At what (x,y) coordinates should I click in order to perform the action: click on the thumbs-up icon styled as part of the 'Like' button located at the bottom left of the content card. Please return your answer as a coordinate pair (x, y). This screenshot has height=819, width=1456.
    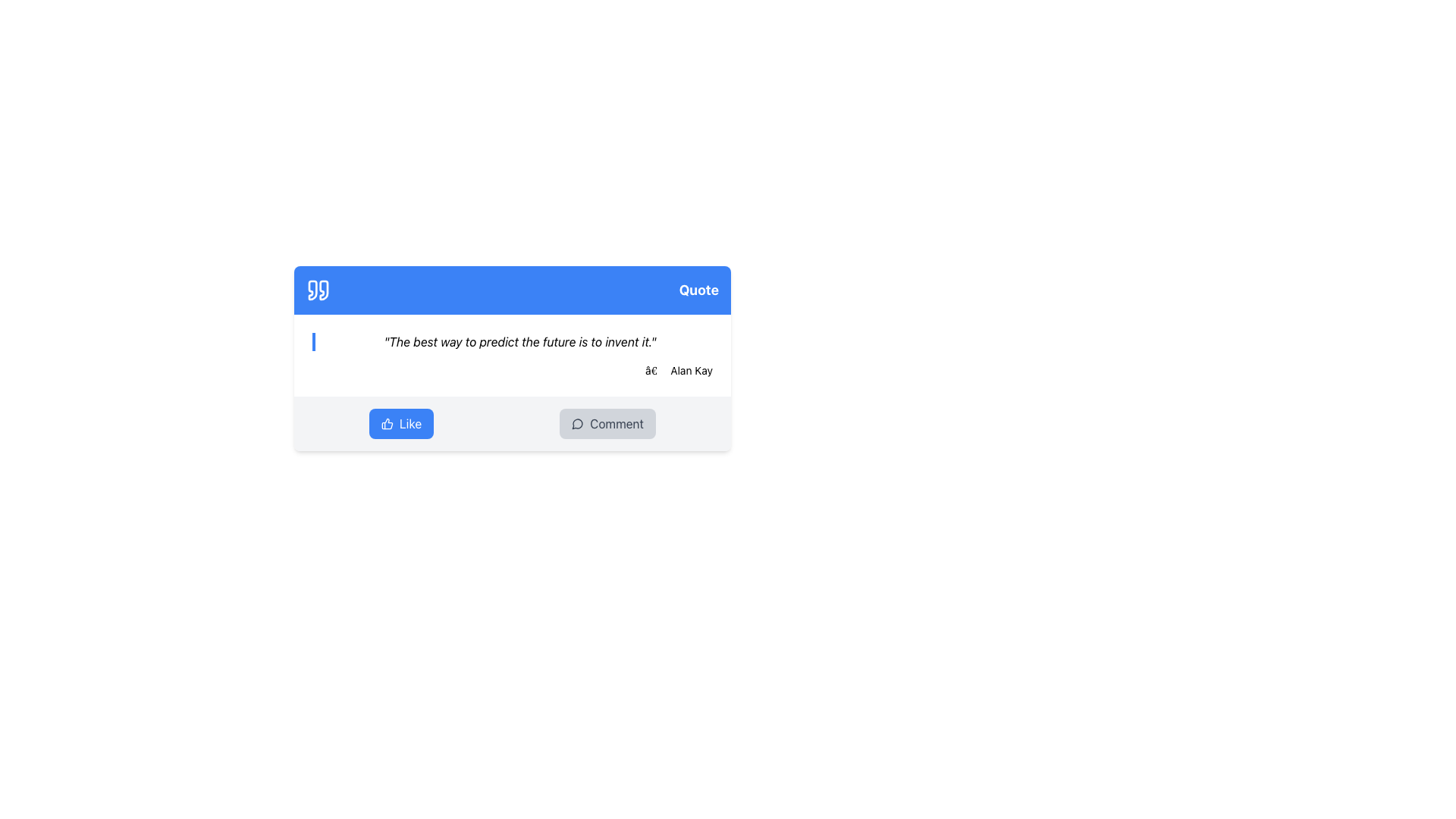
    Looking at the image, I should click on (387, 424).